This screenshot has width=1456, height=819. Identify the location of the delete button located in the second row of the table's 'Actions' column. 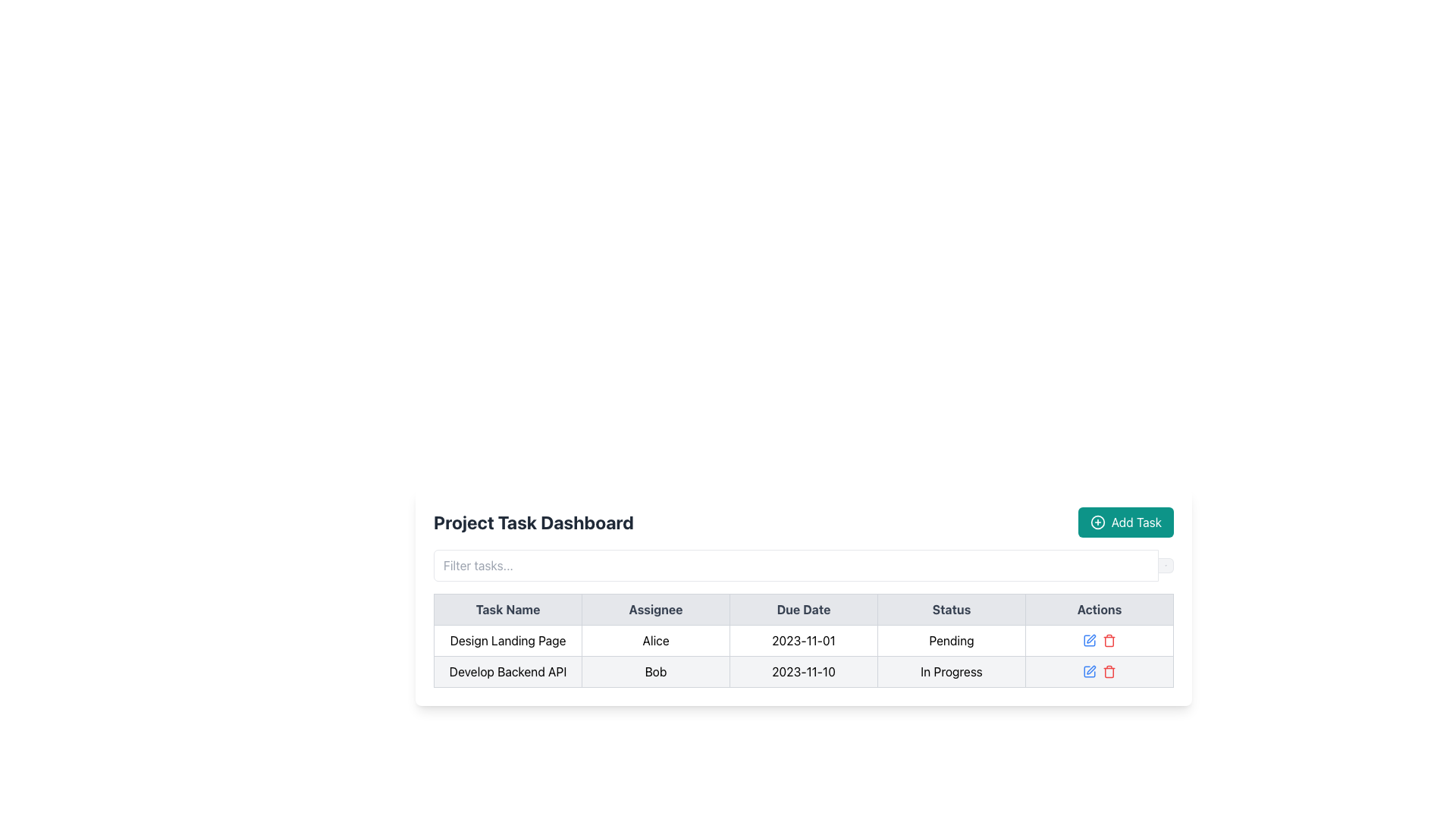
(1109, 671).